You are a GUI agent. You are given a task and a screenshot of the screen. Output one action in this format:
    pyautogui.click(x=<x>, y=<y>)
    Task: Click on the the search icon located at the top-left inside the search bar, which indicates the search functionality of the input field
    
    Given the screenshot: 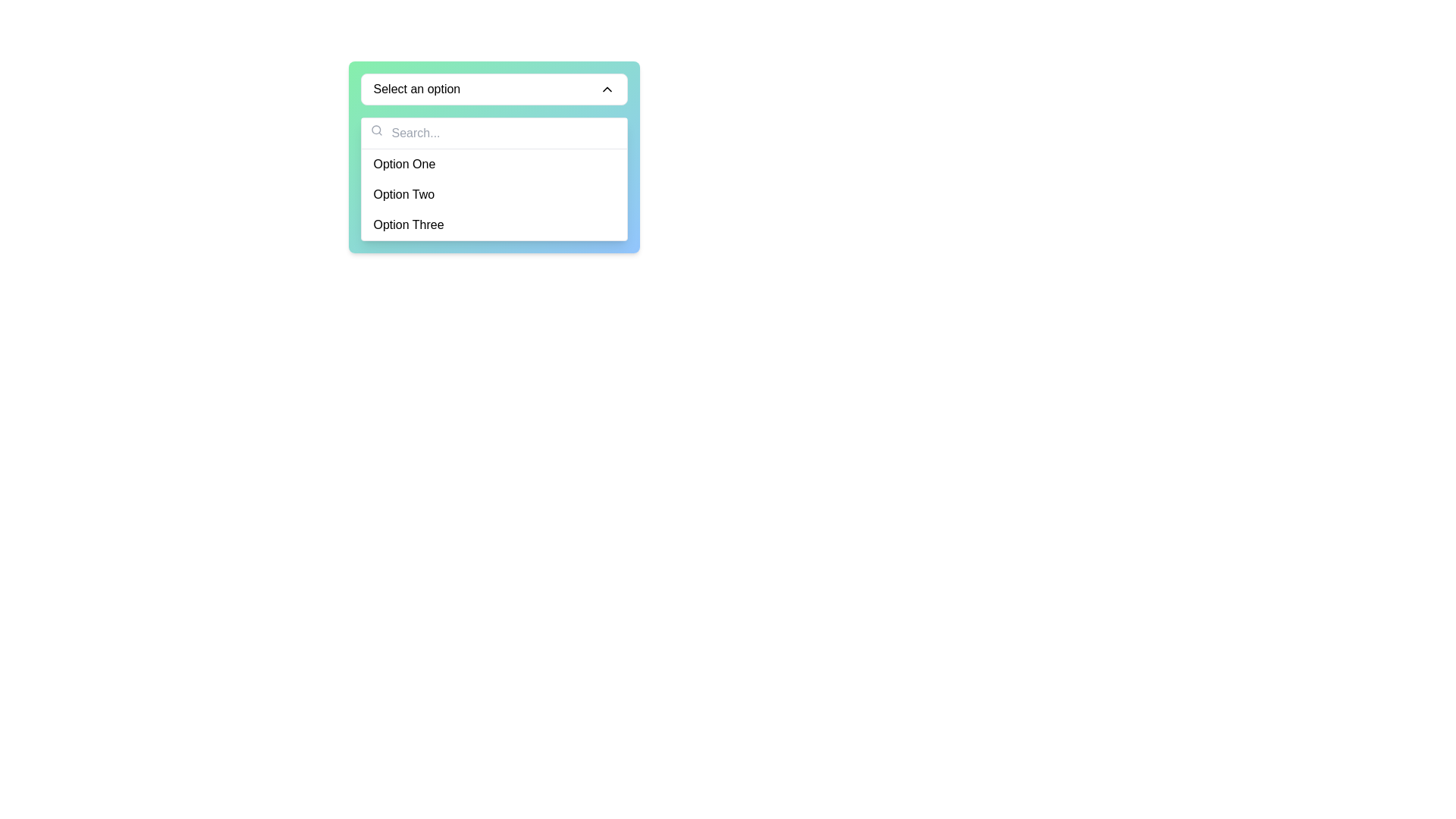 What is the action you would take?
    pyautogui.click(x=376, y=130)
    